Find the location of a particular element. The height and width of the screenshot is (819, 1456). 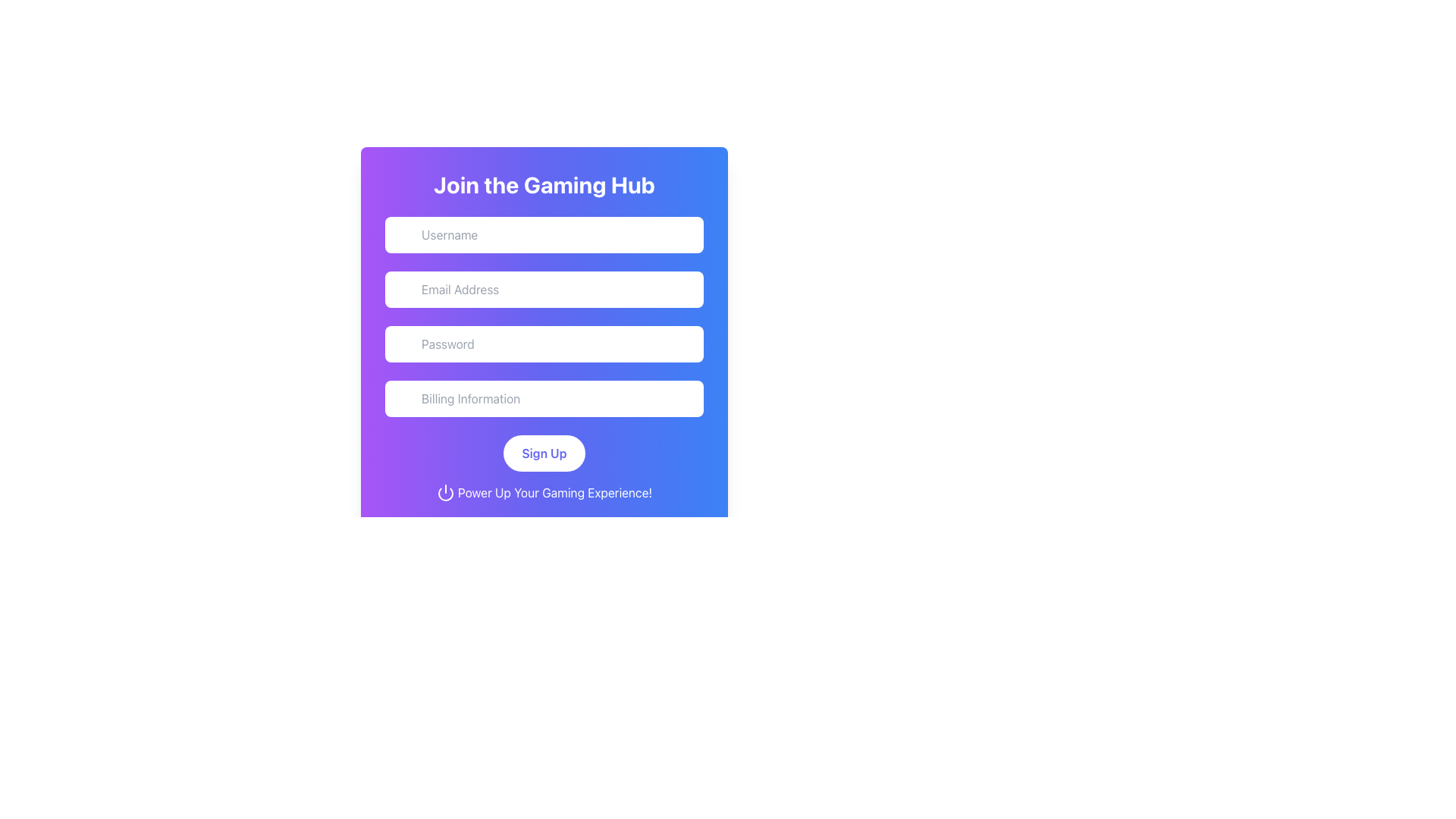

the 'Sign Up' button, which is a white rounded rectangle with indigo text, to trigger a visual state change is located at coordinates (544, 452).